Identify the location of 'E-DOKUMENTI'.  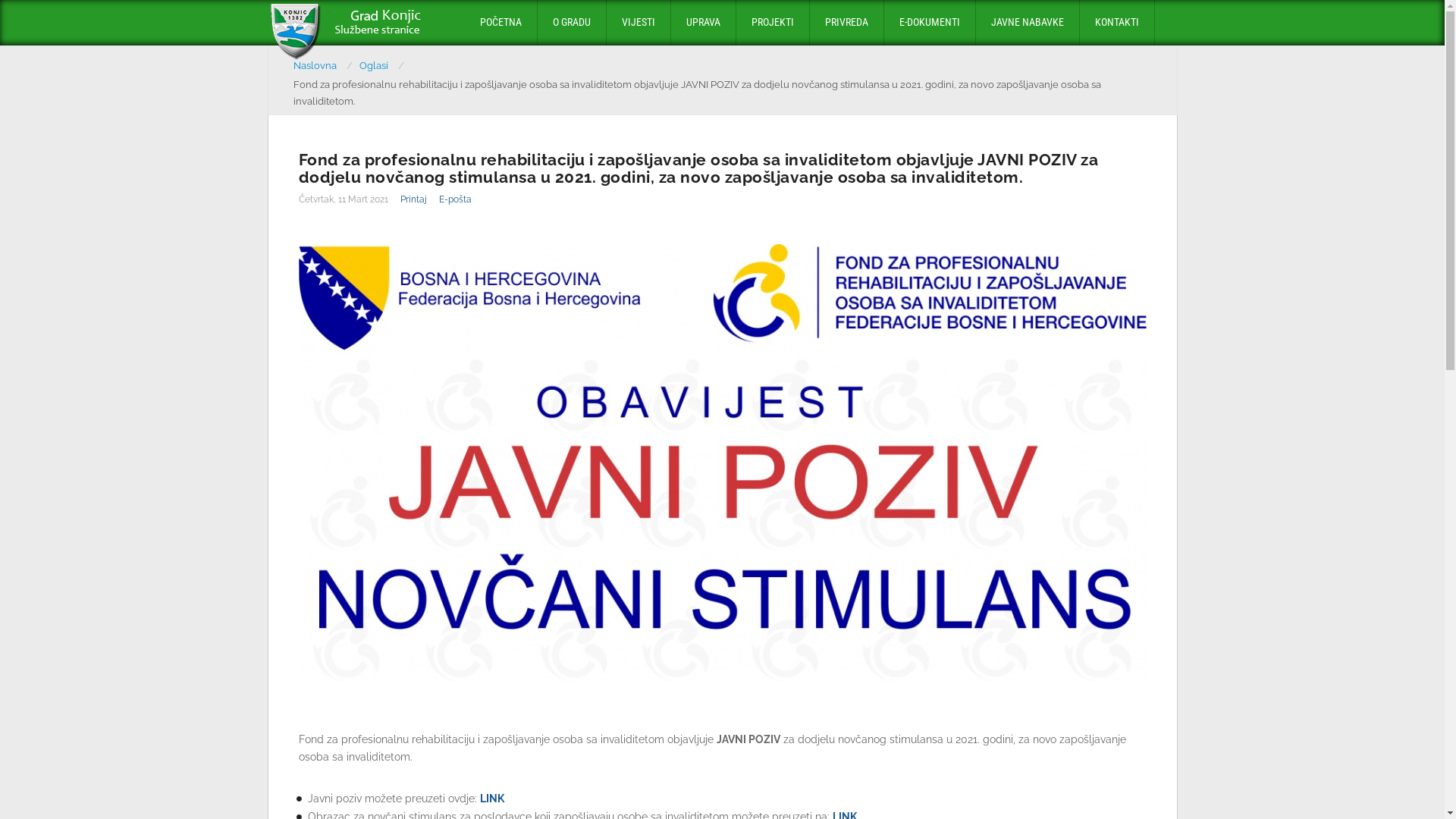
(928, 23).